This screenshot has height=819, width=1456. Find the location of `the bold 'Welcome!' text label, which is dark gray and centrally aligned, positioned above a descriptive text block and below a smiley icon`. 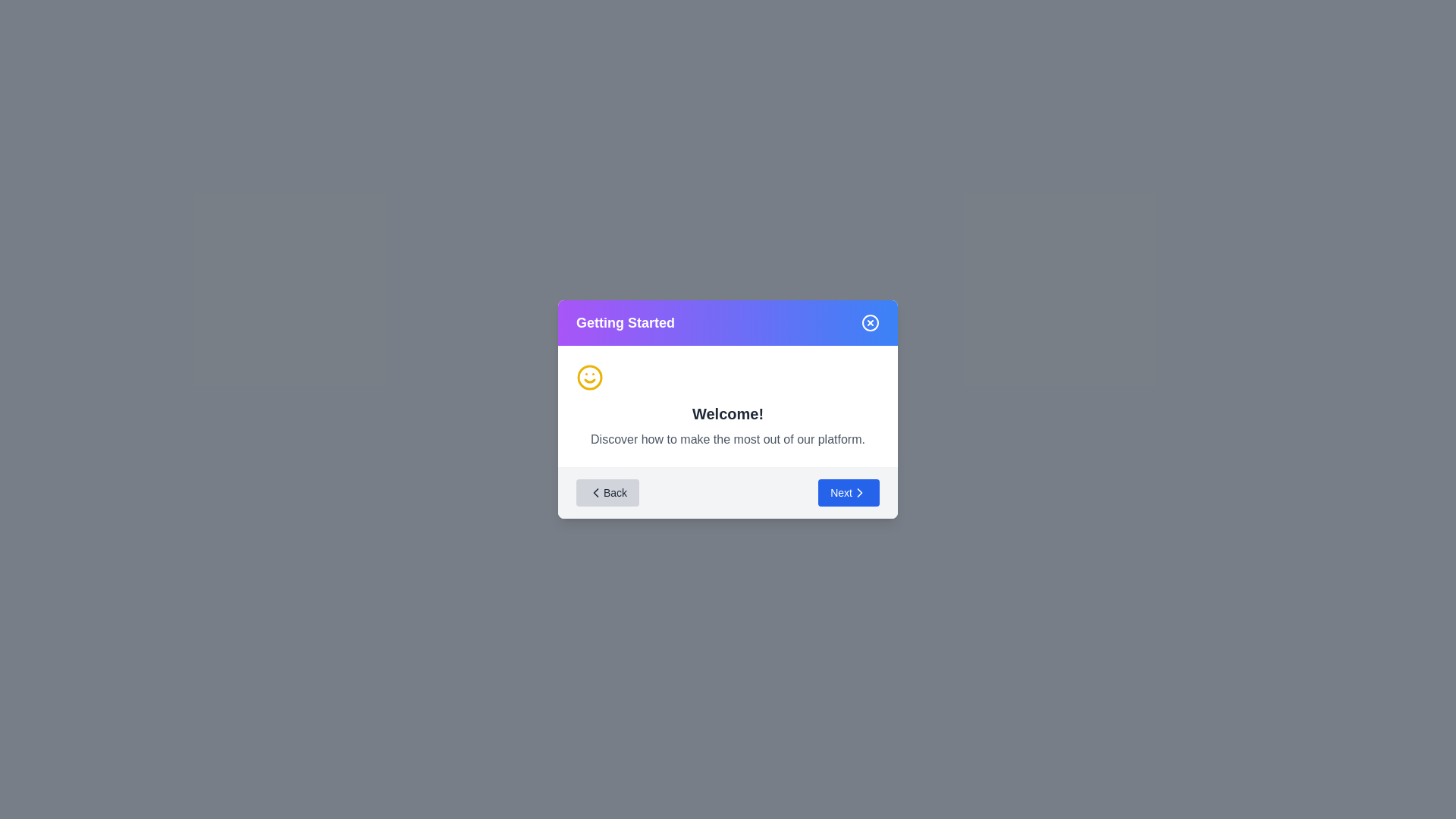

the bold 'Welcome!' text label, which is dark gray and centrally aligned, positioned above a descriptive text block and below a smiley icon is located at coordinates (728, 414).